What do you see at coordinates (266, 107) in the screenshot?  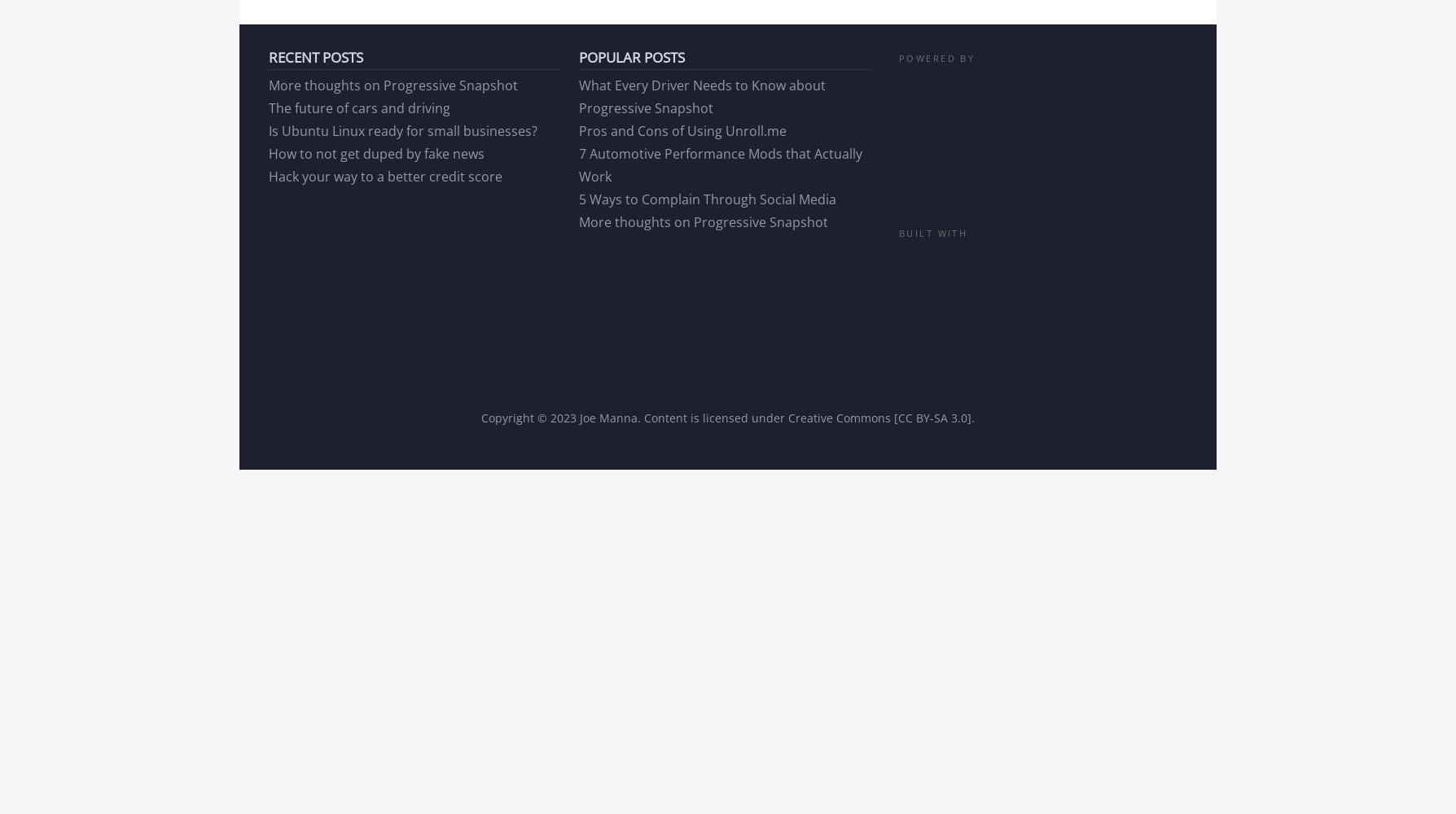 I see `'The future of cars and driving'` at bounding box center [266, 107].